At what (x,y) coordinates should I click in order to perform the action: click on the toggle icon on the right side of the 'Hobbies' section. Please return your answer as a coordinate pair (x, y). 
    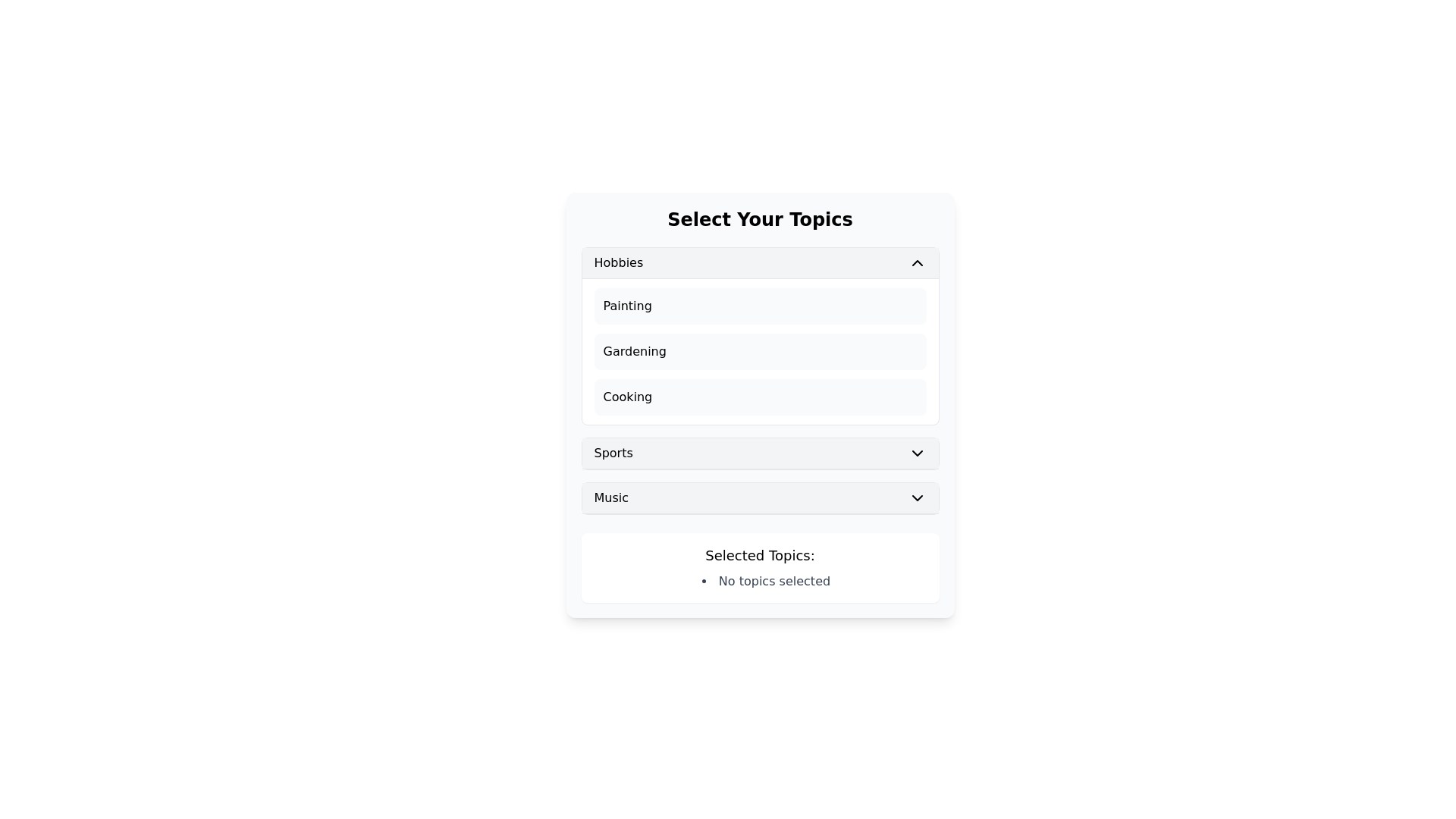
    Looking at the image, I should click on (916, 262).